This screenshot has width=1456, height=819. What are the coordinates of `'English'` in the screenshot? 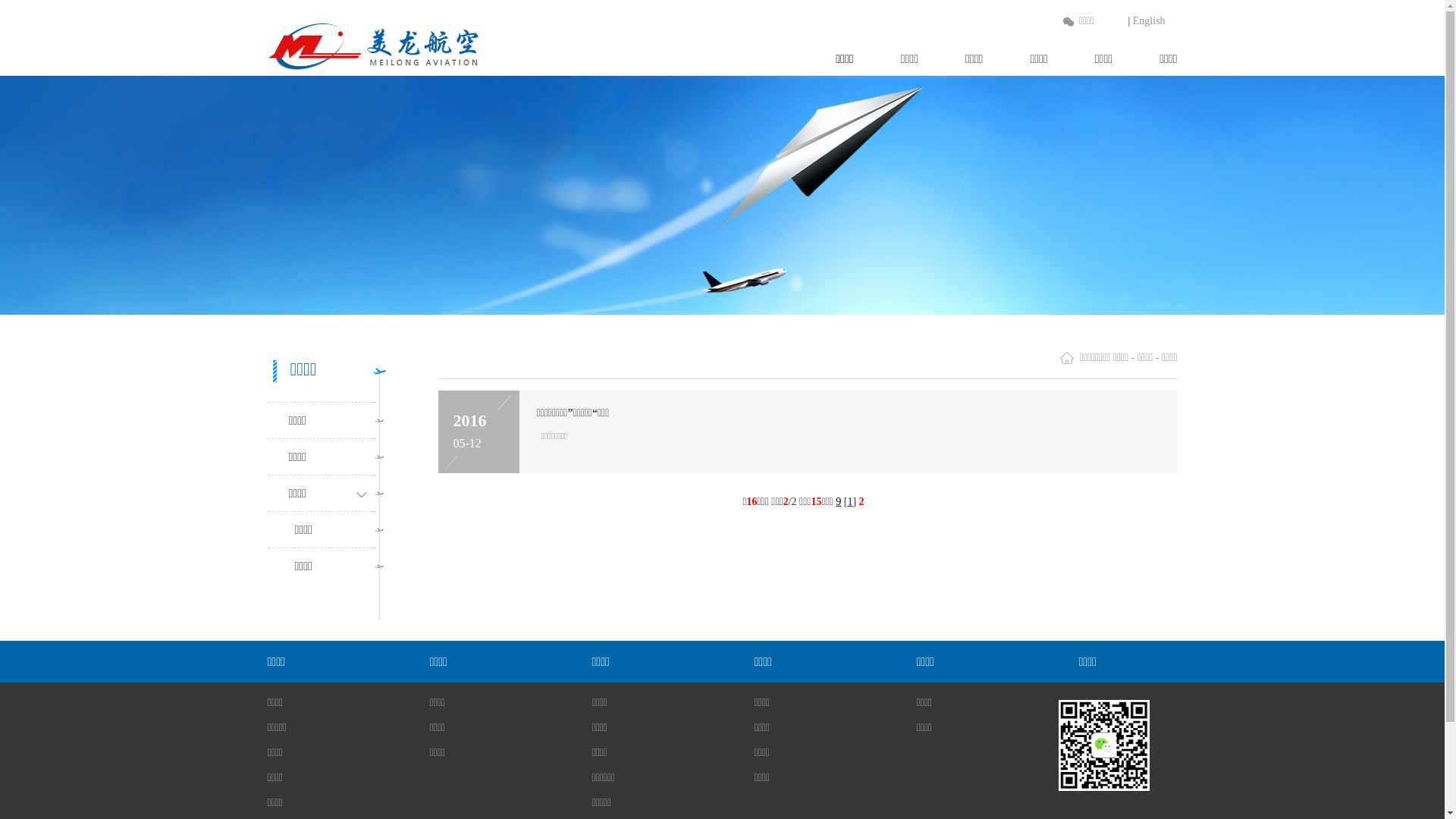 It's located at (1149, 20).